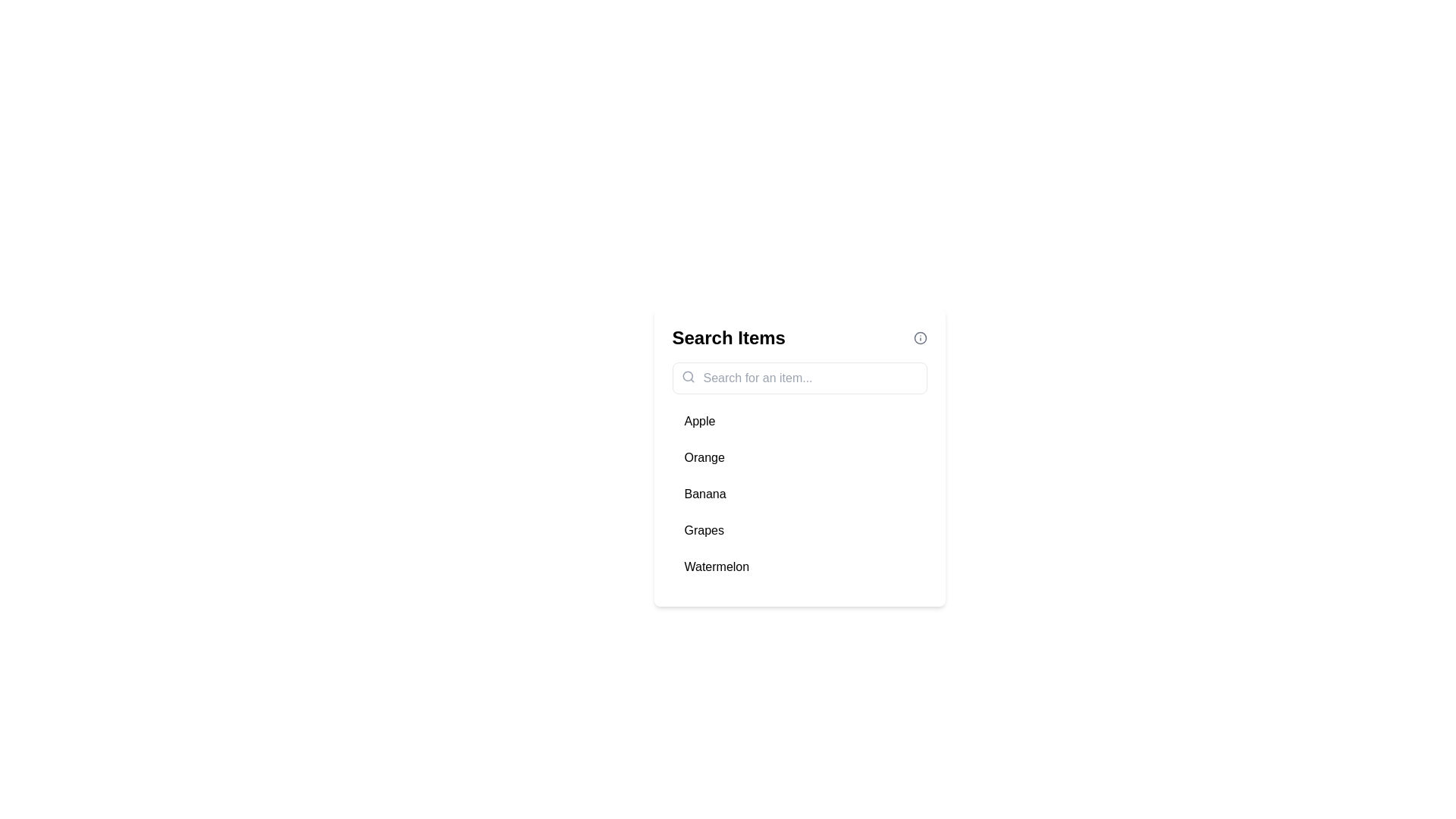 The width and height of the screenshot is (1456, 819). Describe the element at coordinates (799, 567) in the screenshot. I see `the item Watermelon from the list` at that location.